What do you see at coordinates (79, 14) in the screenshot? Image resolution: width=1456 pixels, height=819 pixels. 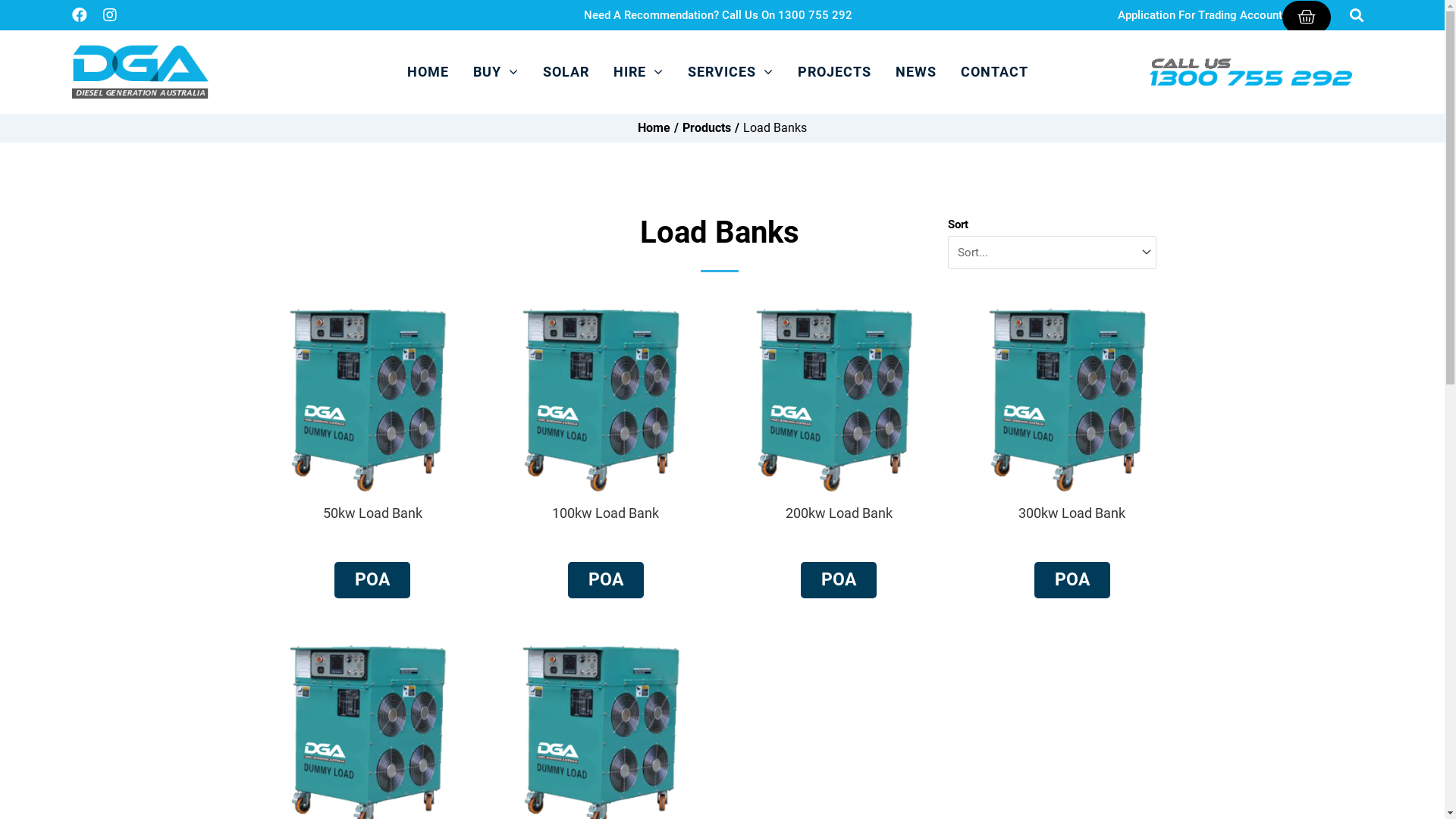 I see `'Facebook'` at bounding box center [79, 14].